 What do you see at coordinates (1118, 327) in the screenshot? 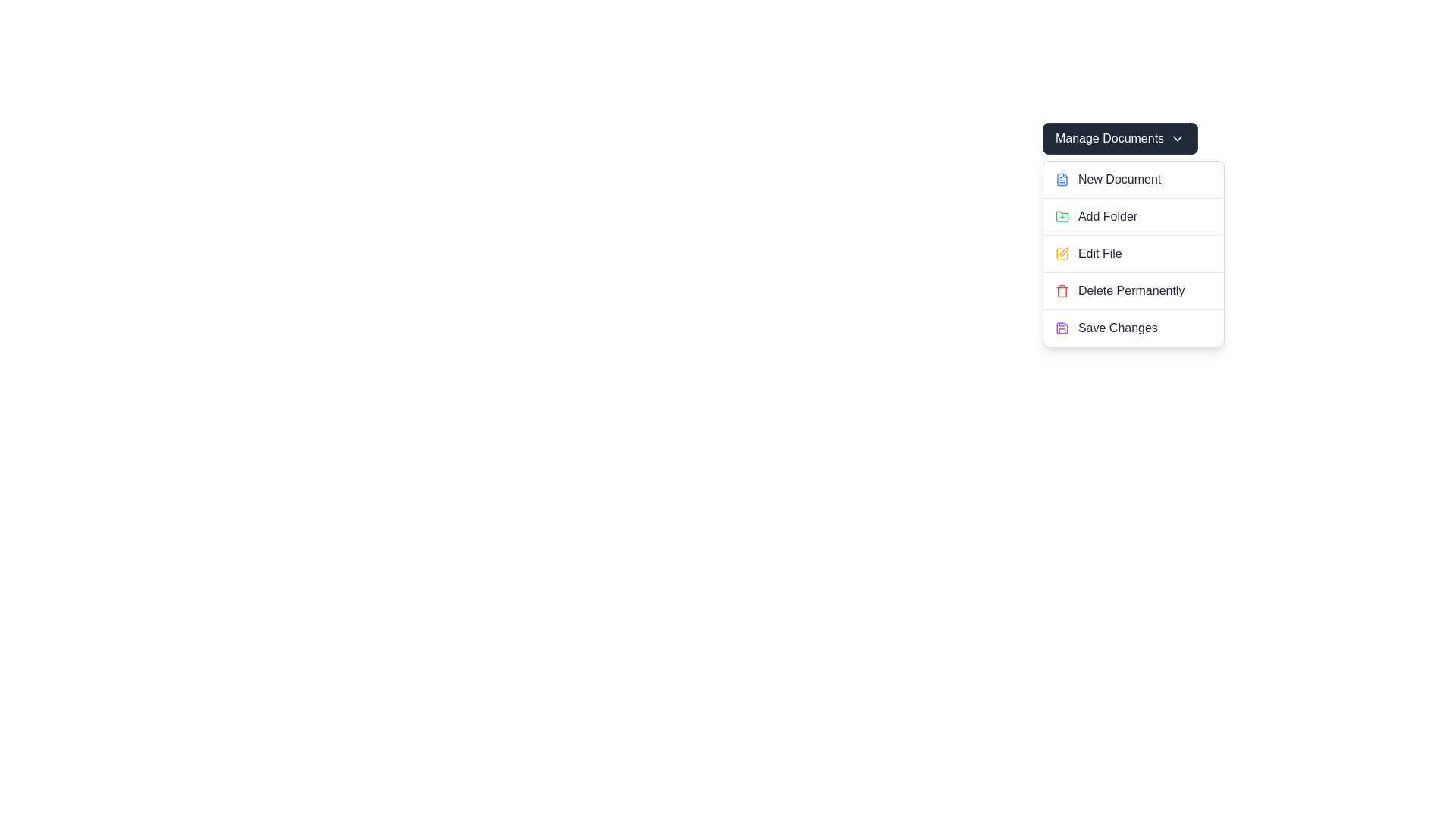
I see `the 'Save Changes' text label, which is styled in light gray and positioned as the last item in a vertical list, following a purple diskette icon` at bounding box center [1118, 327].